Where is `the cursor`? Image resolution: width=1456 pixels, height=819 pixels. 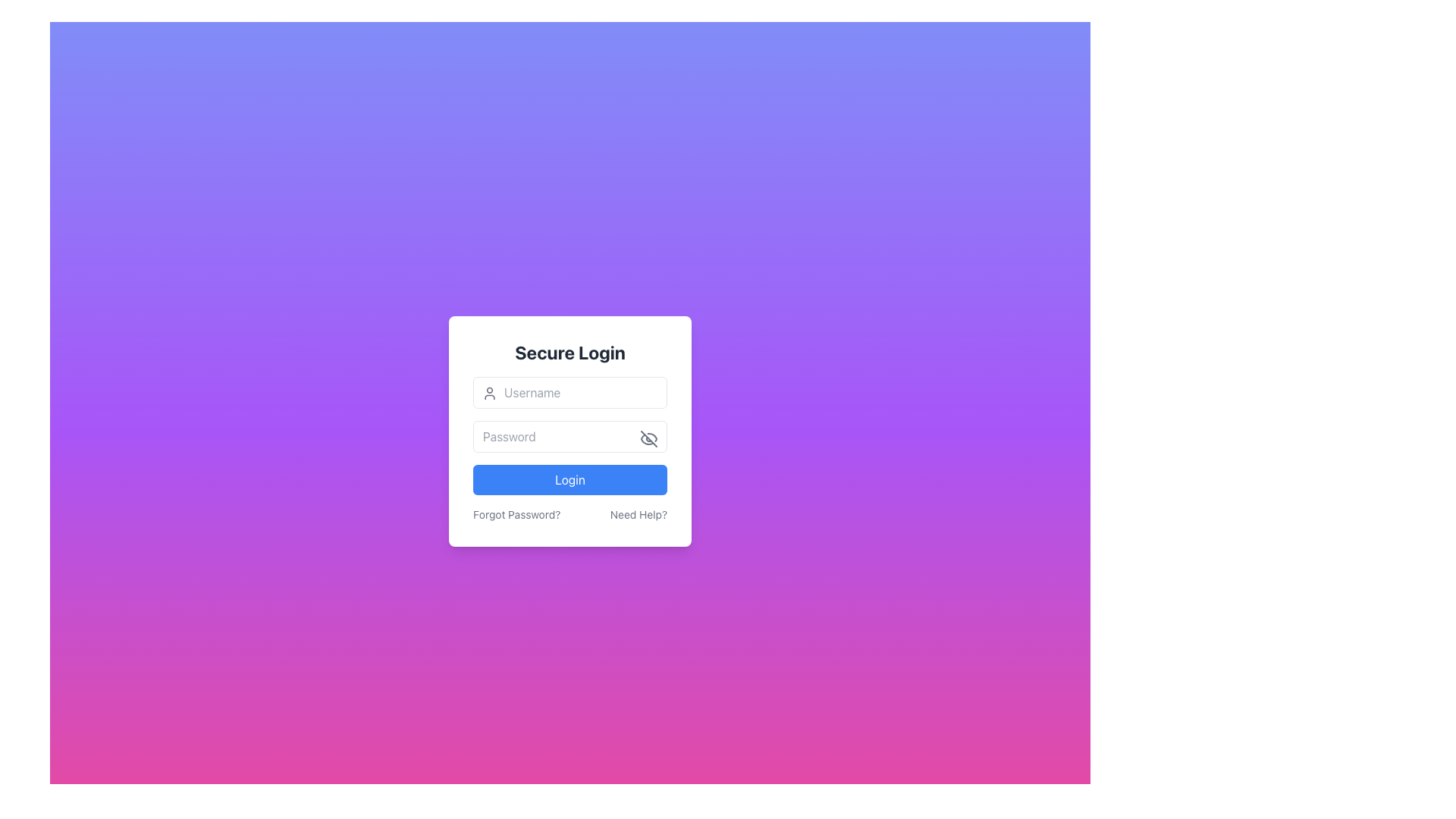 the cursor is located at coordinates (570, 391).